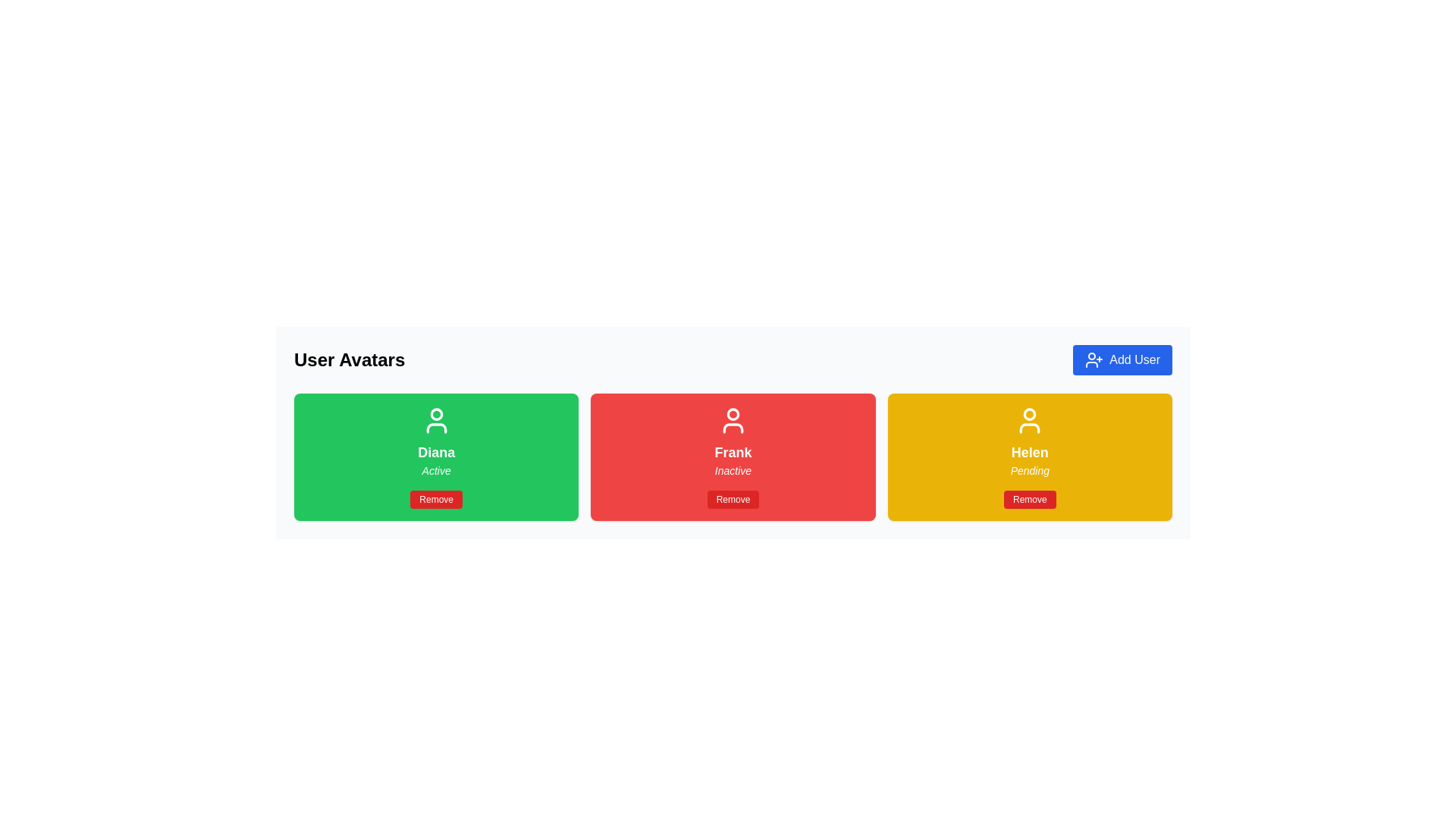 The width and height of the screenshot is (1456, 819). What do you see at coordinates (733, 452) in the screenshot?
I see `the text label that identifies the card for user 'Frank', which is centrally located within the red rectangular card` at bounding box center [733, 452].